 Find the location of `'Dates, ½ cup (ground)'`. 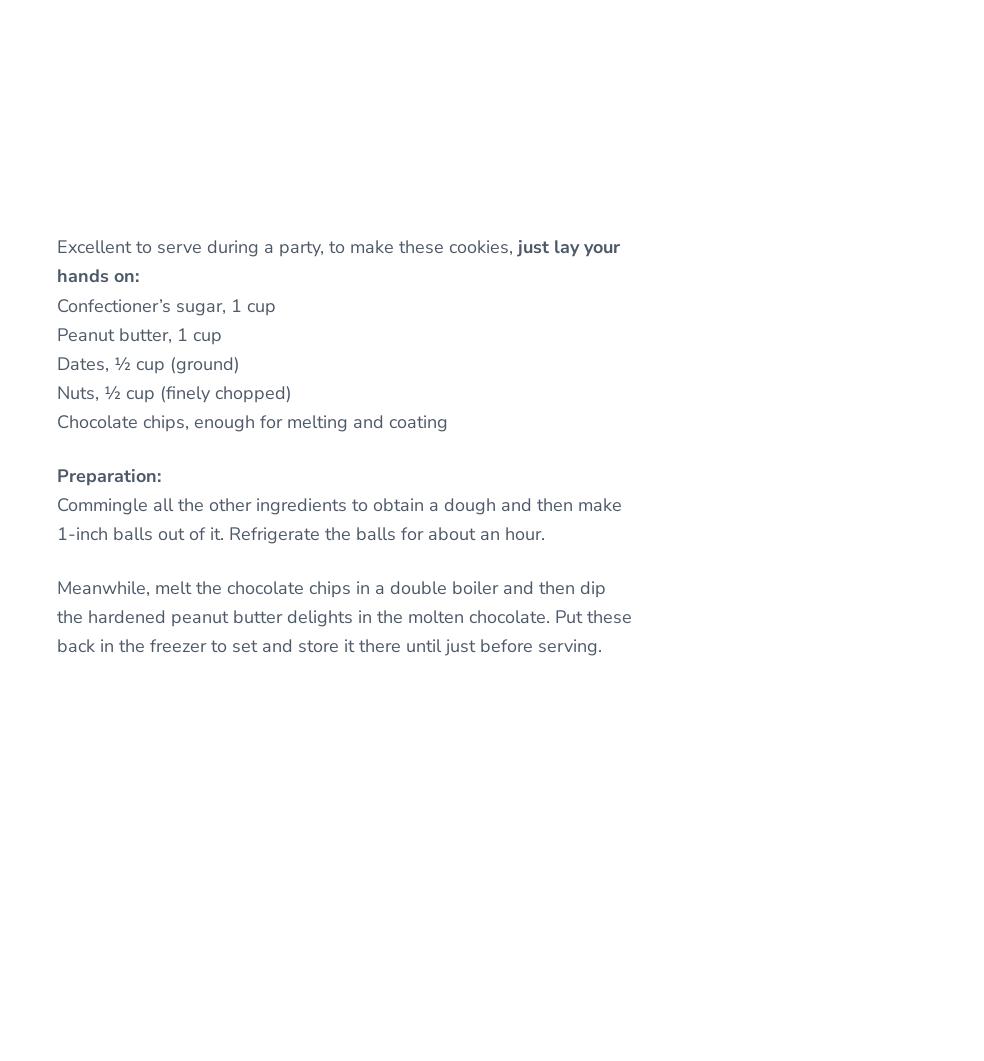

'Dates, ½ cup (ground)' is located at coordinates (148, 362).